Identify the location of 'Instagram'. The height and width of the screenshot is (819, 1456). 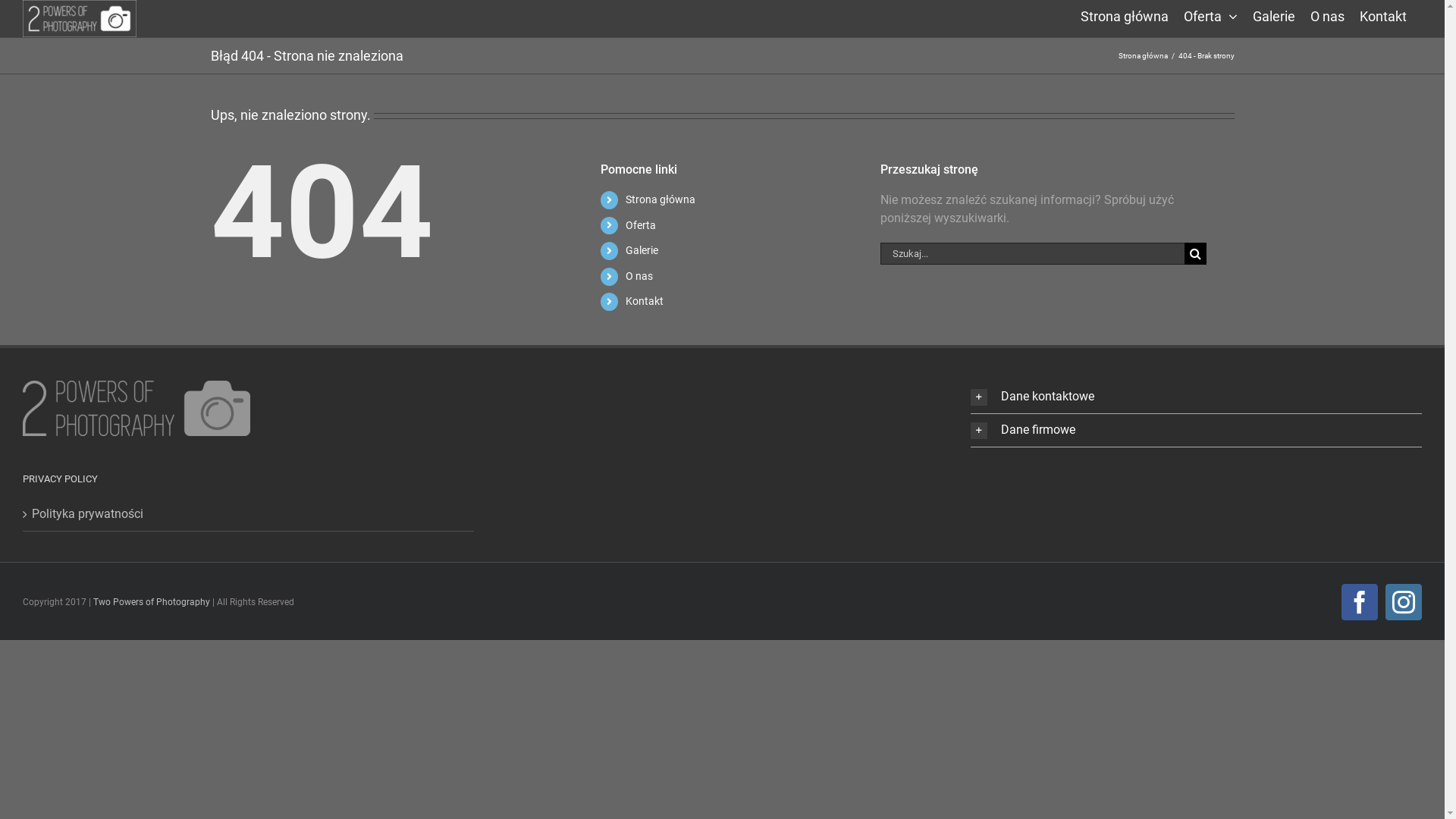
(1403, 601).